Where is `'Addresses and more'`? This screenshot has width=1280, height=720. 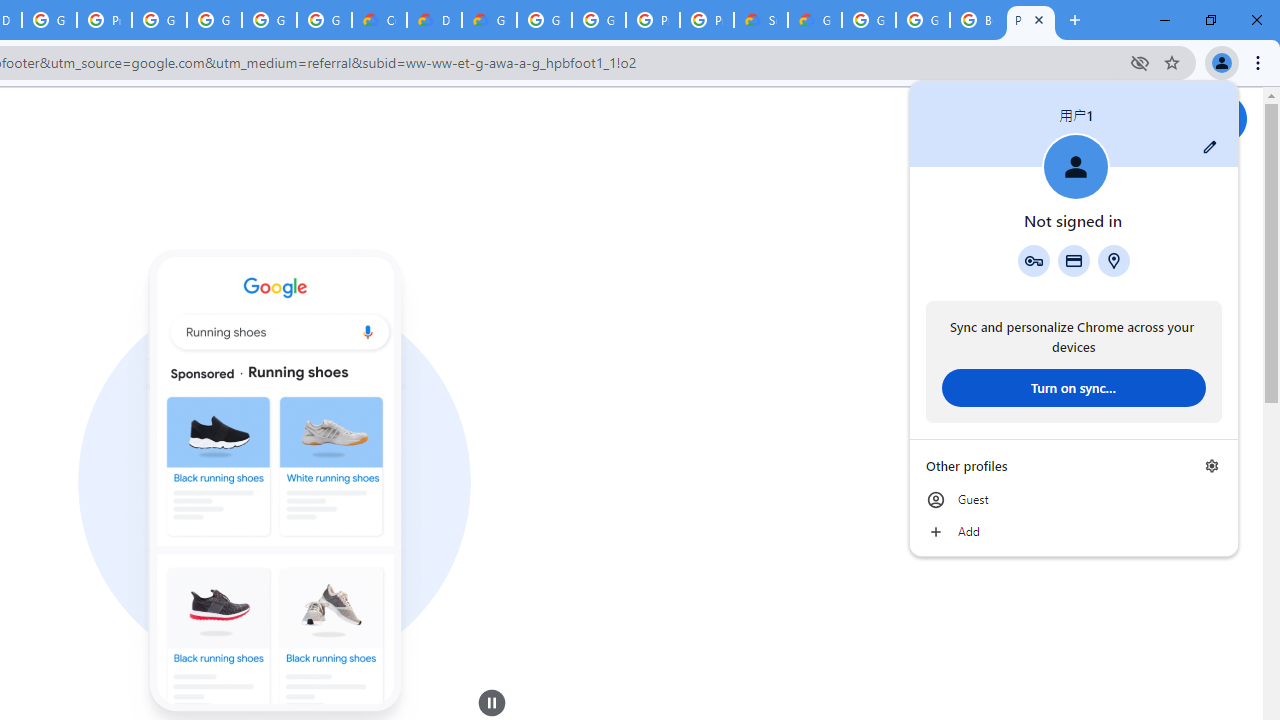
'Addresses and more' is located at coordinates (1113, 260).